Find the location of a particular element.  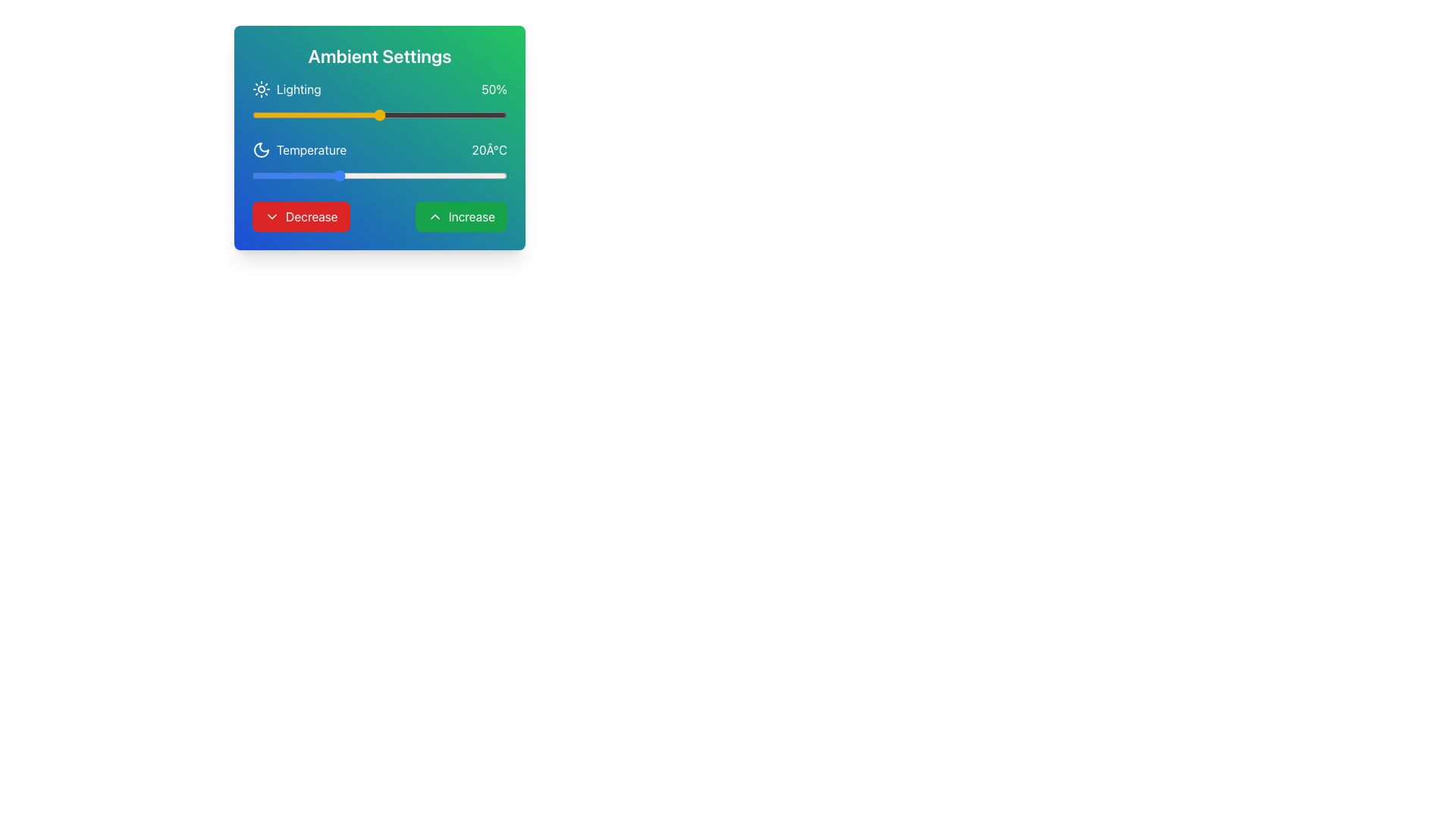

brightness level is located at coordinates (372, 114).